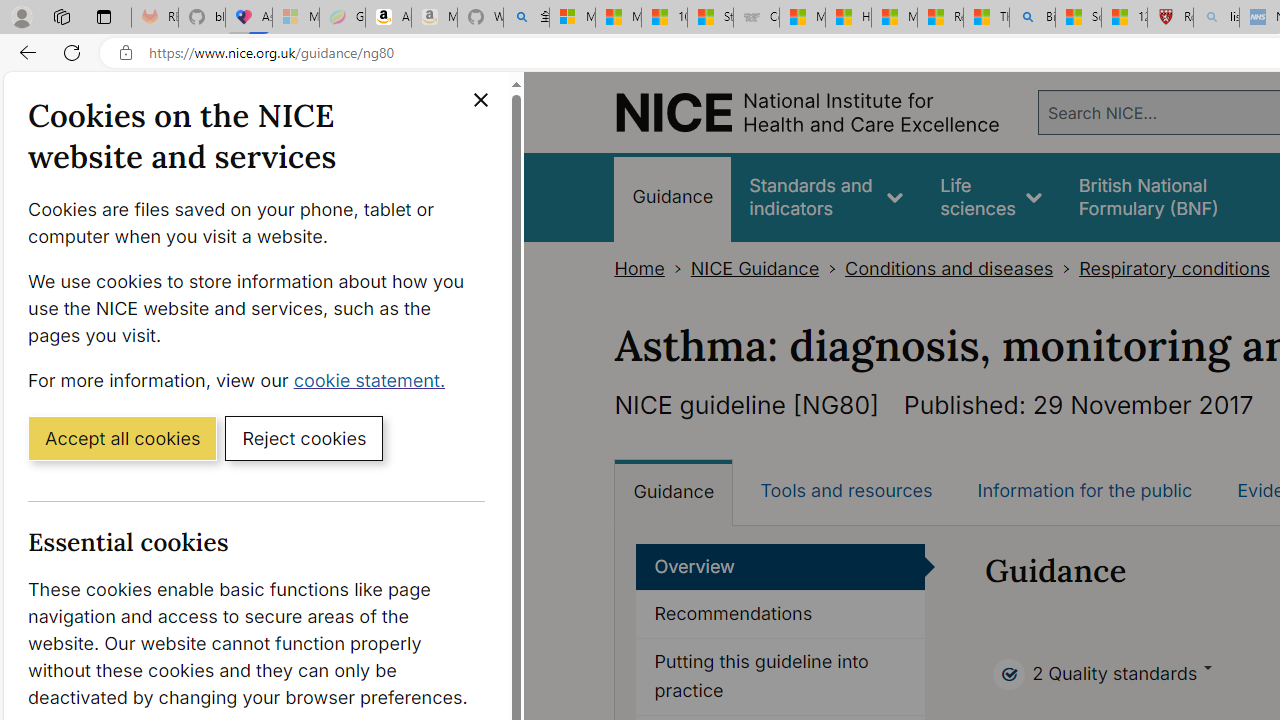 The height and width of the screenshot is (720, 1280). Describe the element at coordinates (991, 197) in the screenshot. I see `'Life sciences'` at that location.